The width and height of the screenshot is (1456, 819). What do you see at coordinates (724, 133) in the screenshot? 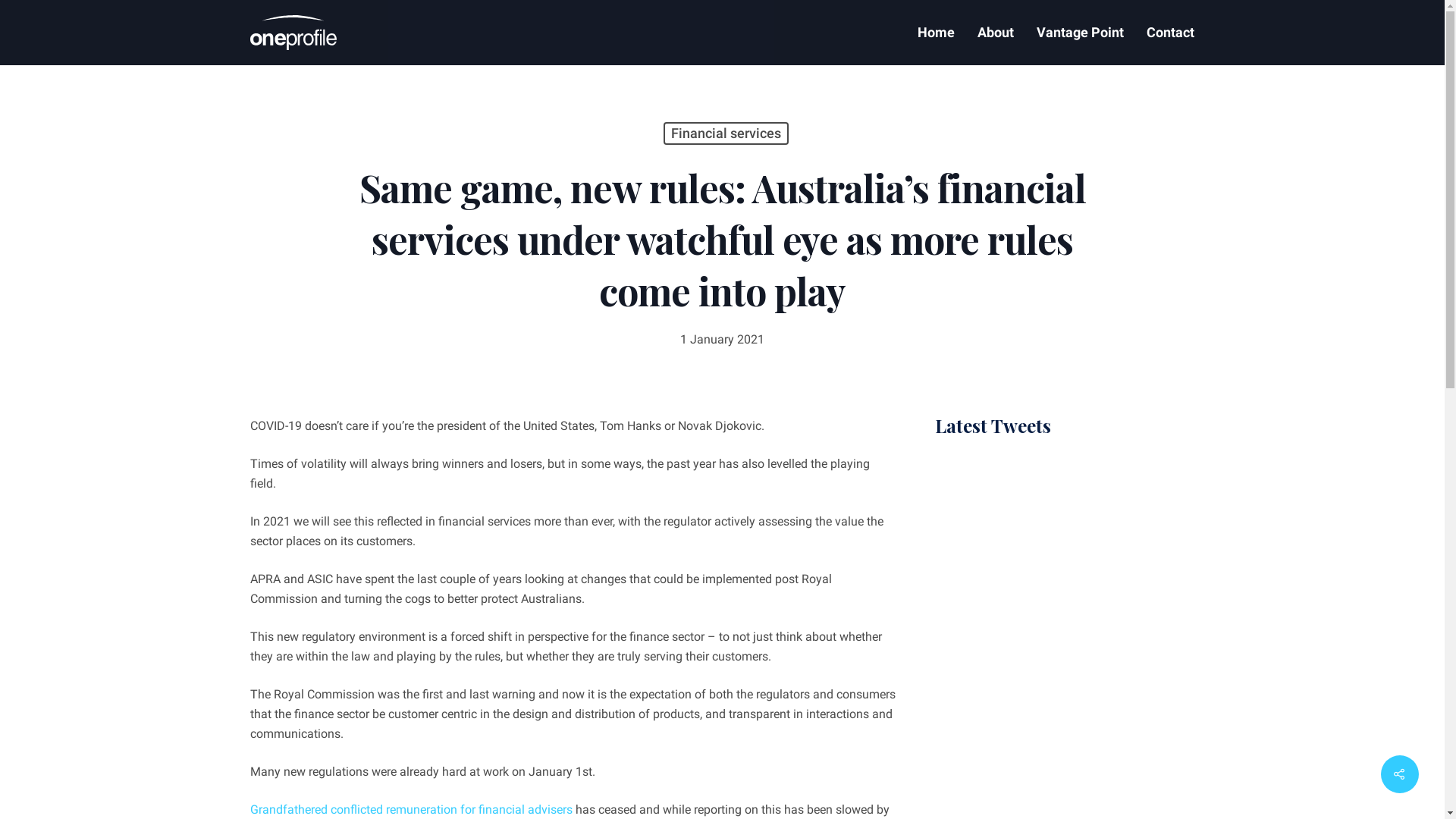
I see `'Financial services'` at bounding box center [724, 133].